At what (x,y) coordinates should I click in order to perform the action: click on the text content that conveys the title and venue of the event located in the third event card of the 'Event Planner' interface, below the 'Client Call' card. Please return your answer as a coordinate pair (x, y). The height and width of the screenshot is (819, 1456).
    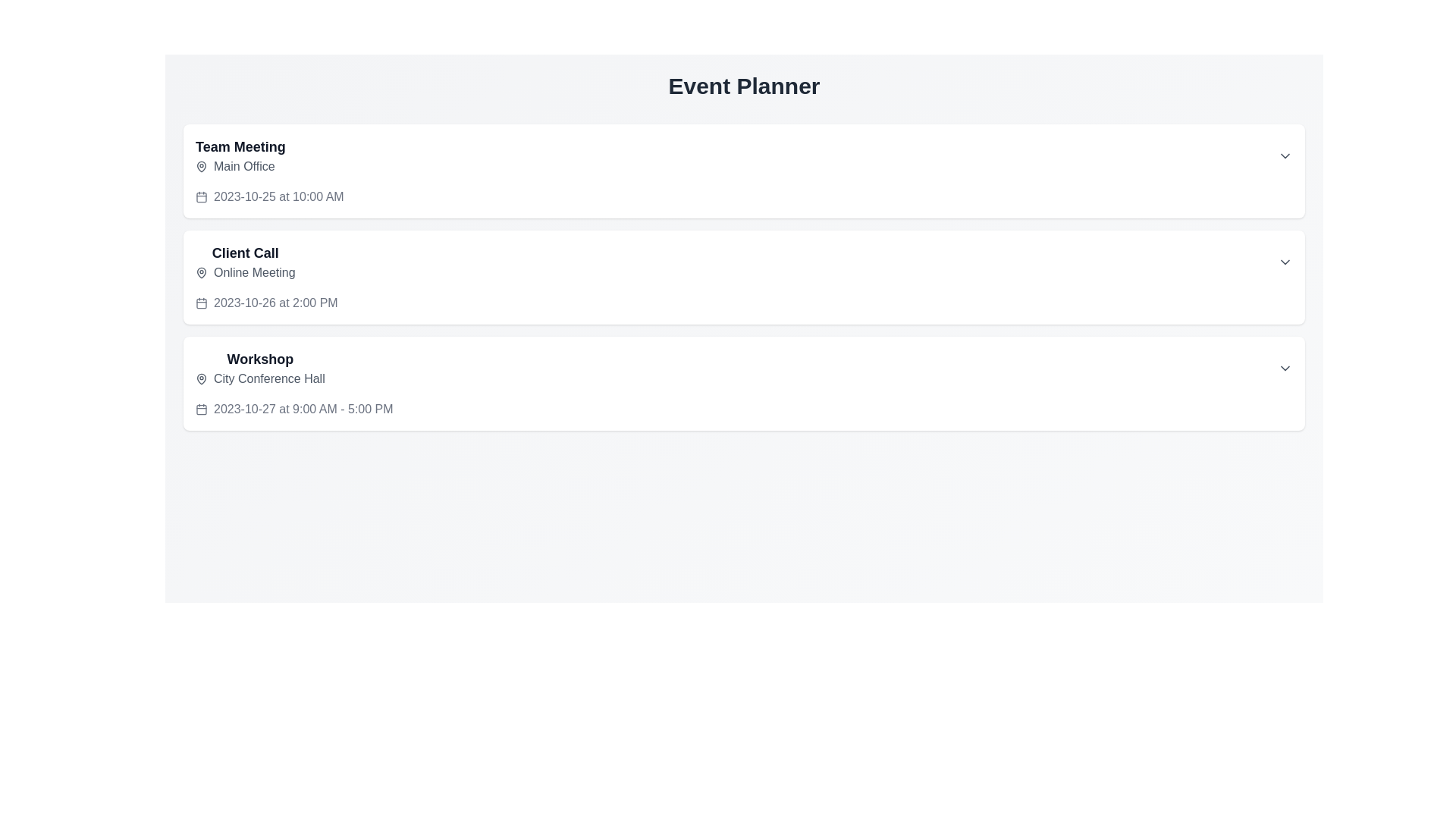
    Looking at the image, I should click on (260, 369).